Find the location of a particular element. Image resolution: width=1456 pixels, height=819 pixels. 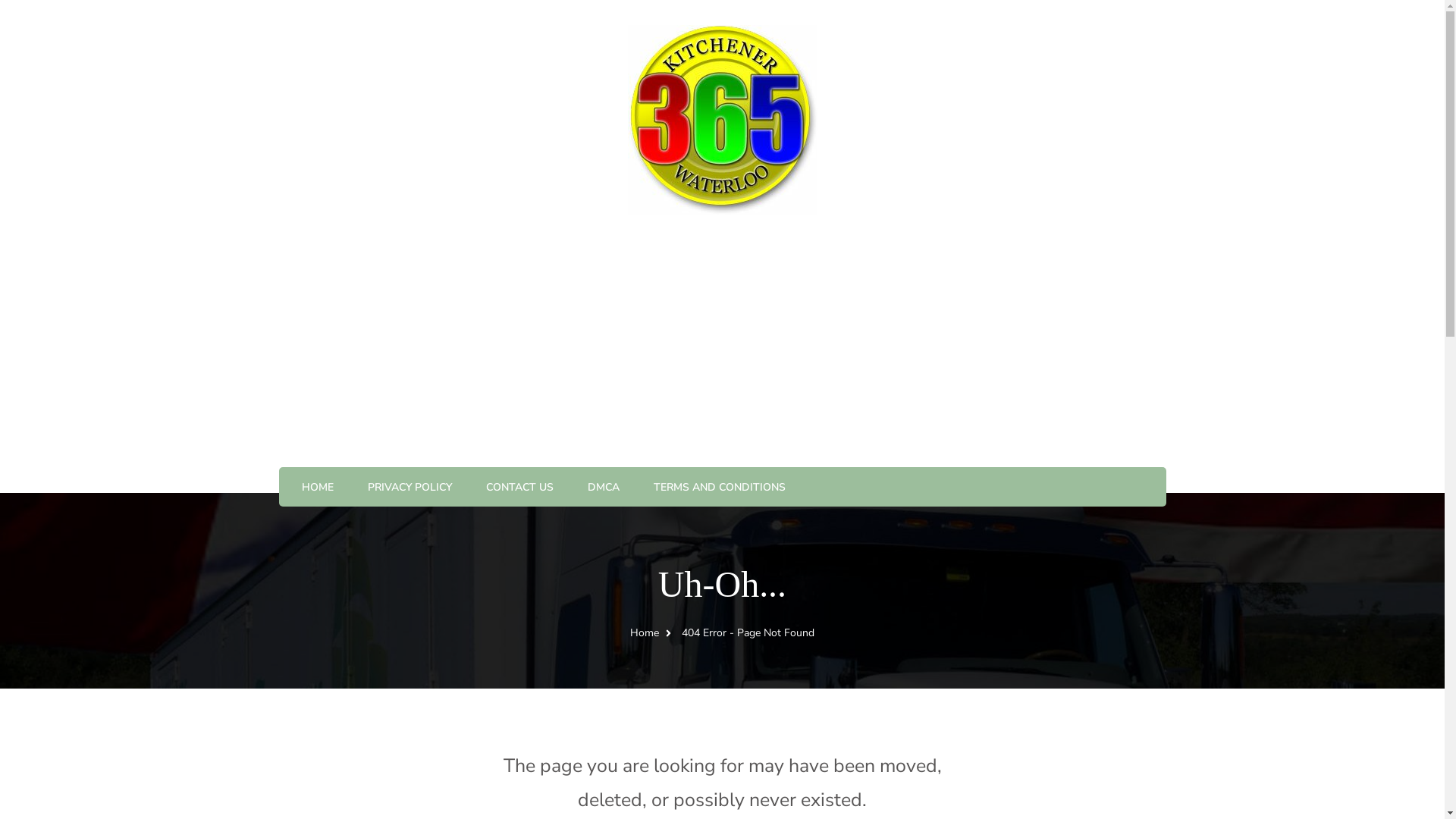

'TERMS AND CONDITIONS' is located at coordinates (719, 488).